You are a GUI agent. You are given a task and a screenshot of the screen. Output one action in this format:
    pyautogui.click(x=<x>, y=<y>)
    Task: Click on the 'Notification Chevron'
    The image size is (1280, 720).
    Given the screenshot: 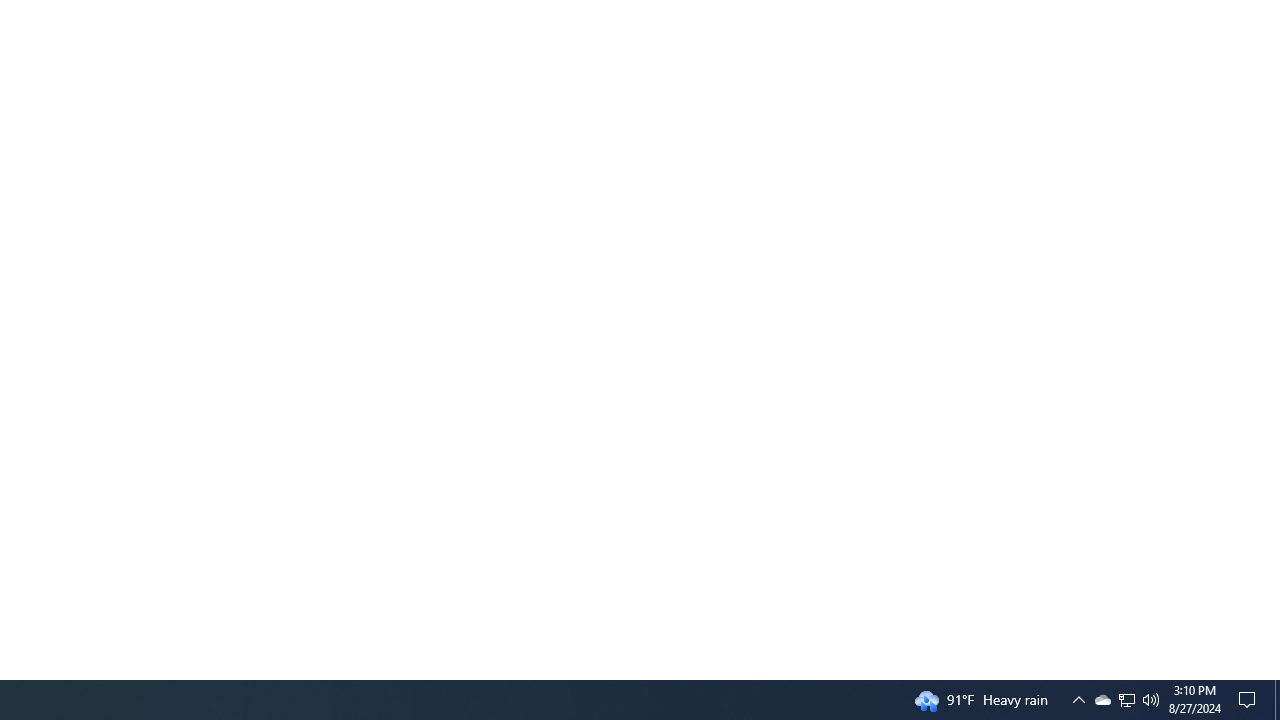 What is the action you would take?
    pyautogui.click(x=1078, y=698)
    